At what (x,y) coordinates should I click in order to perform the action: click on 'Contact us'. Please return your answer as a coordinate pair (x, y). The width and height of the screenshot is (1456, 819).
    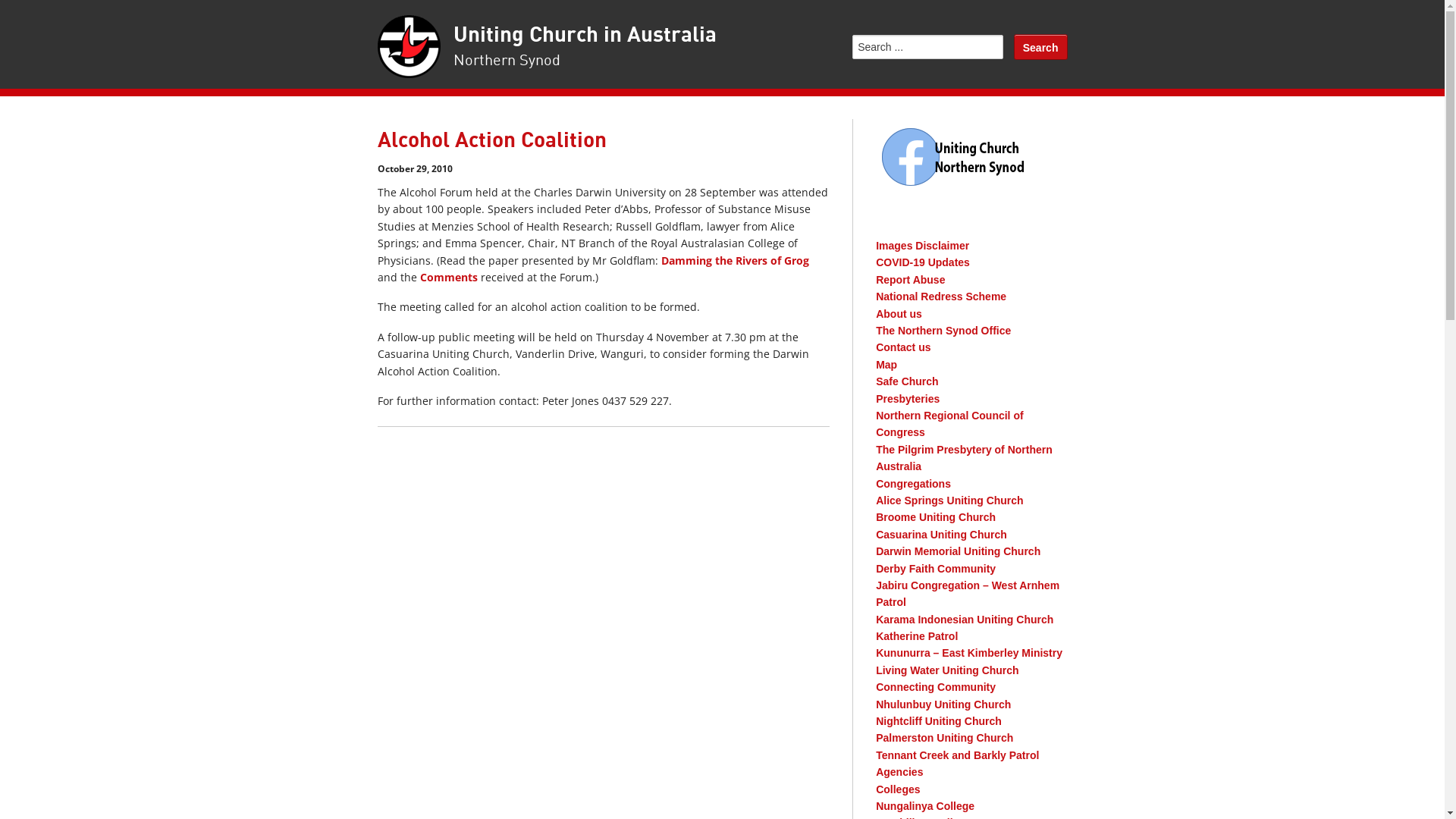
    Looking at the image, I should click on (876, 347).